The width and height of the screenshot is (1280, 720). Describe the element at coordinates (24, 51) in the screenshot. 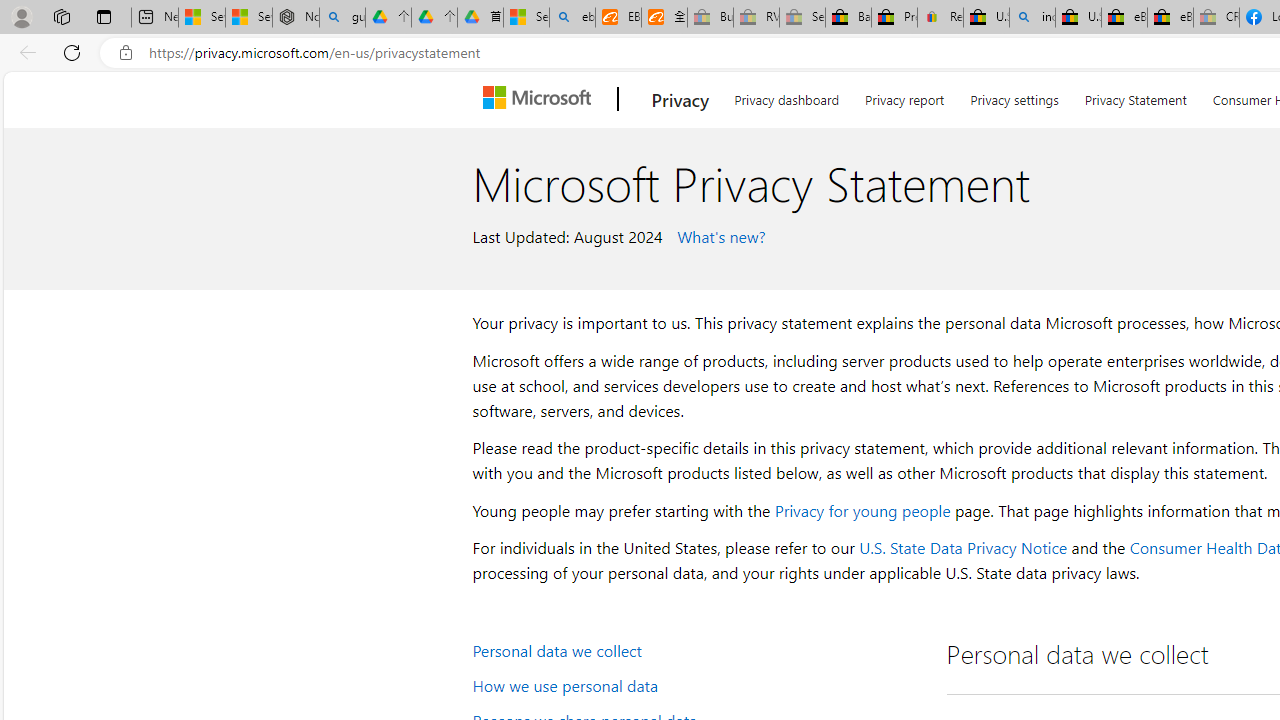

I see `'Back'` at that location.